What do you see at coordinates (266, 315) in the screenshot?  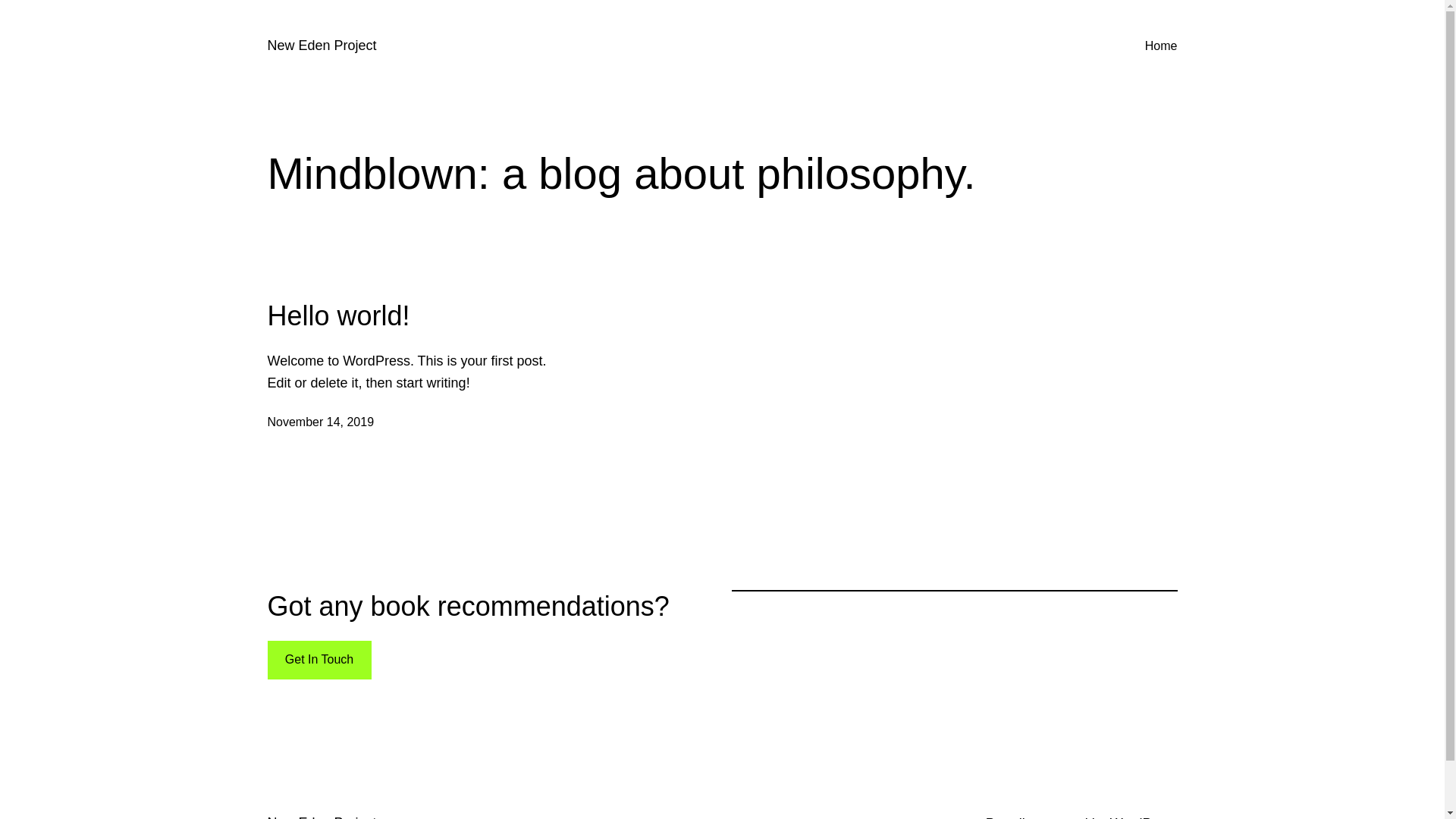 I see `'Hello world!'` at bounding box center [266, 315].